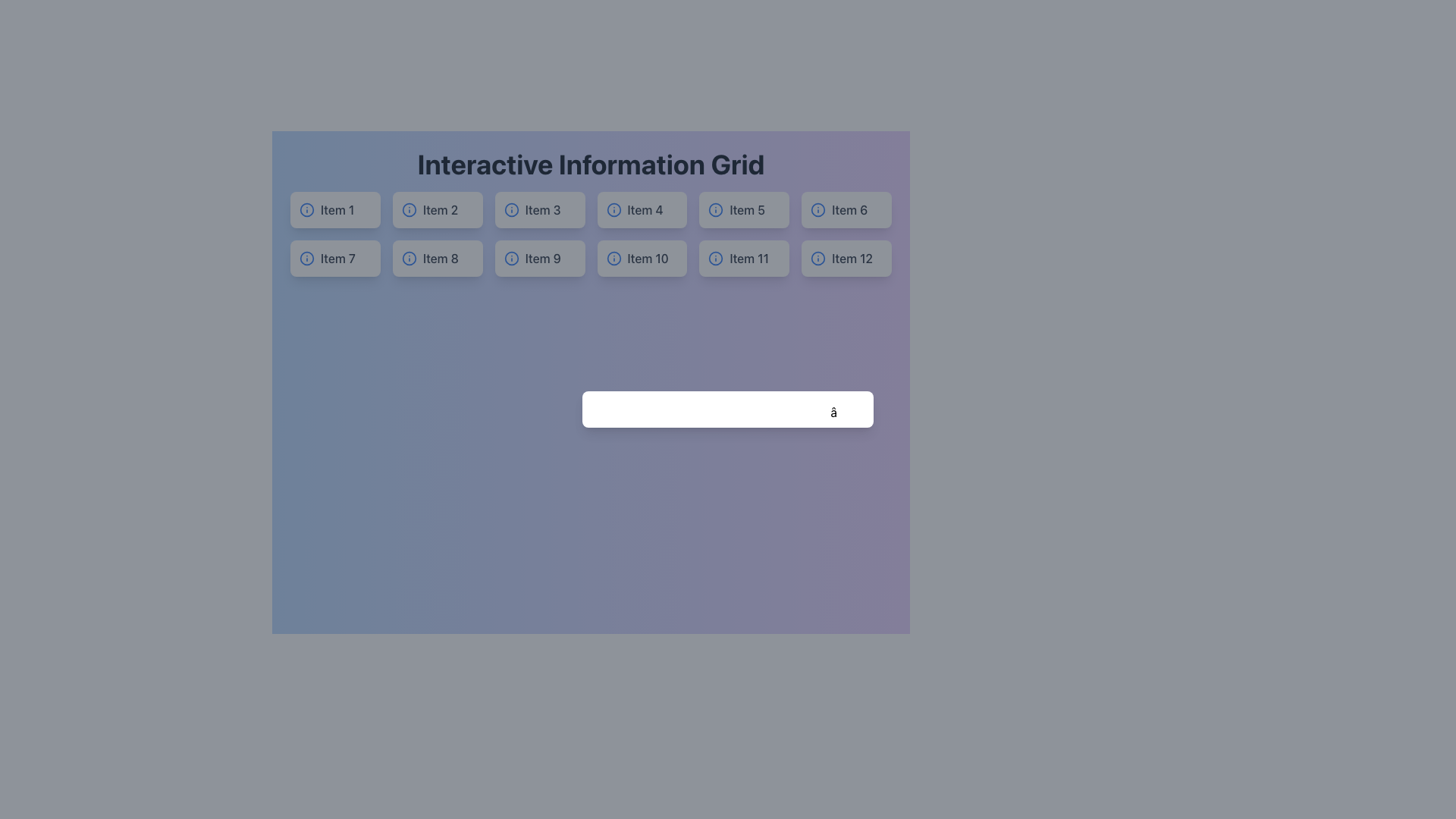 Image resolution: width=1456 pixels, height=819 pixels. What do you see at coordinates (642, 257) in the screenshot?
I see `the selectable card labeled 'Item 10' located in the second row, fourth column of the grid layout` at bounding box center [642, 257].